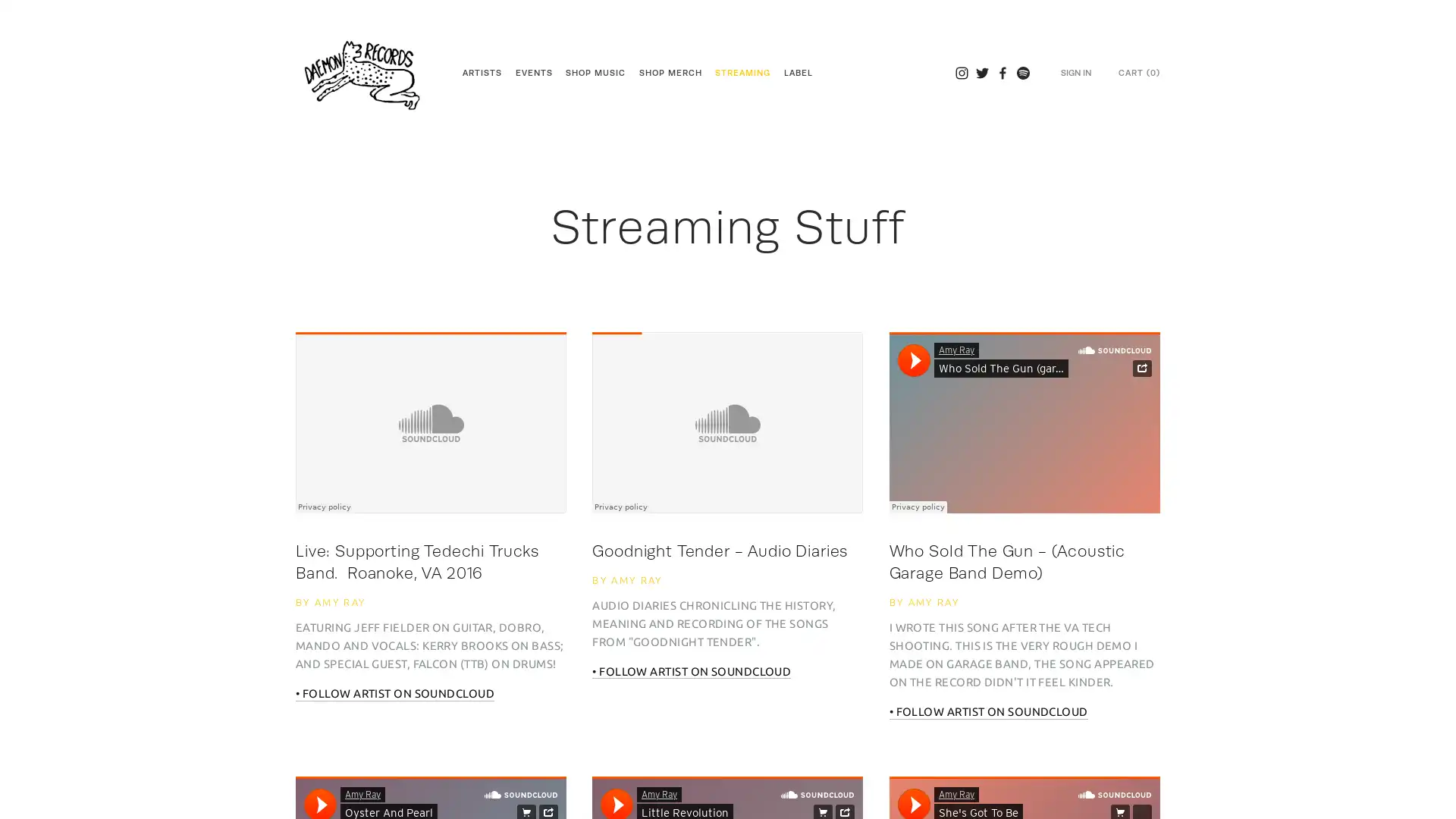 The width and height of the screenshot is (1456, 819). I want to click on SIGN IN, so click(1075, 72).